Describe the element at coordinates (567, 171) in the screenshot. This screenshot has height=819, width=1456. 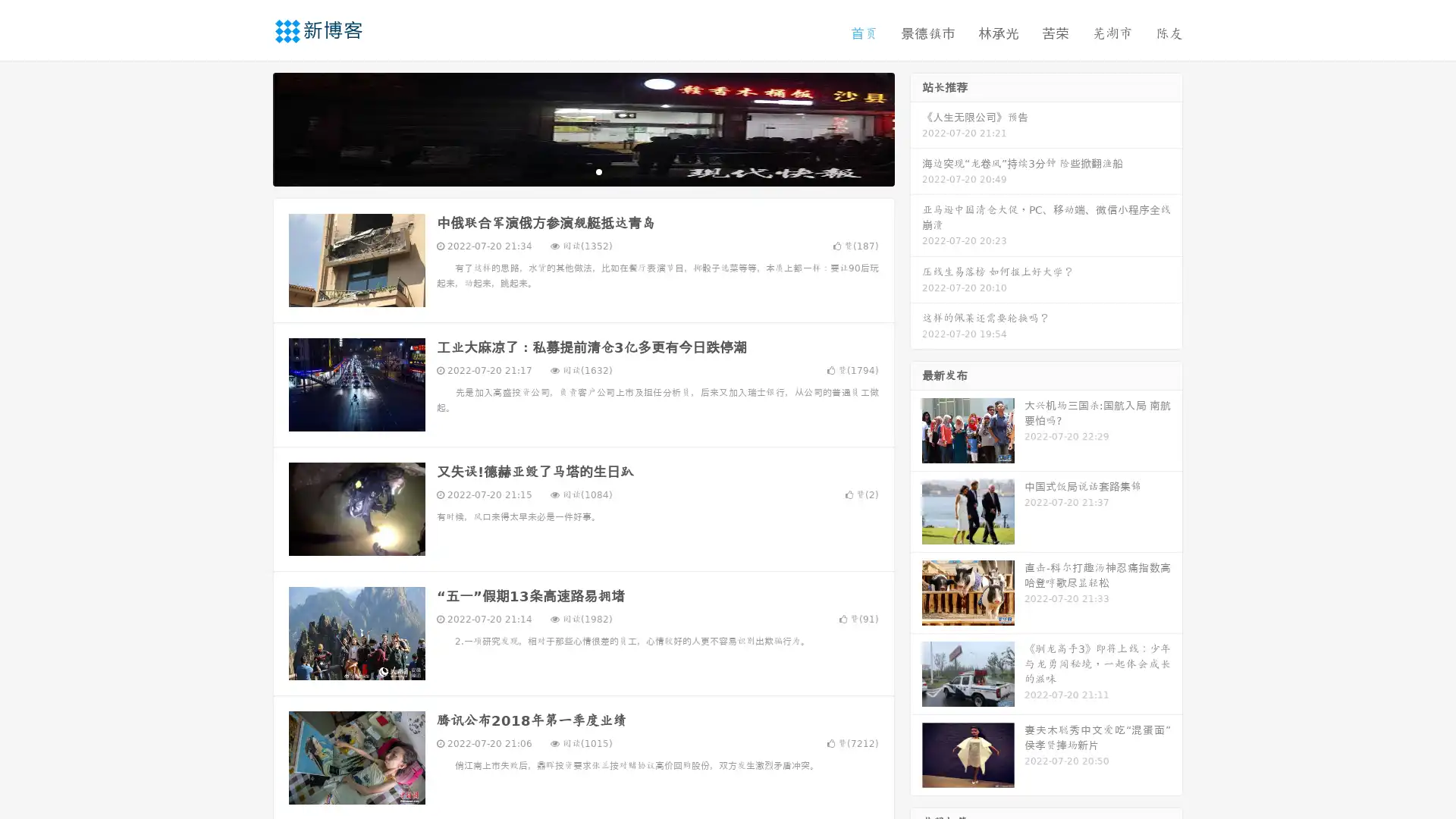
I see `Go to slide 1` at that location.